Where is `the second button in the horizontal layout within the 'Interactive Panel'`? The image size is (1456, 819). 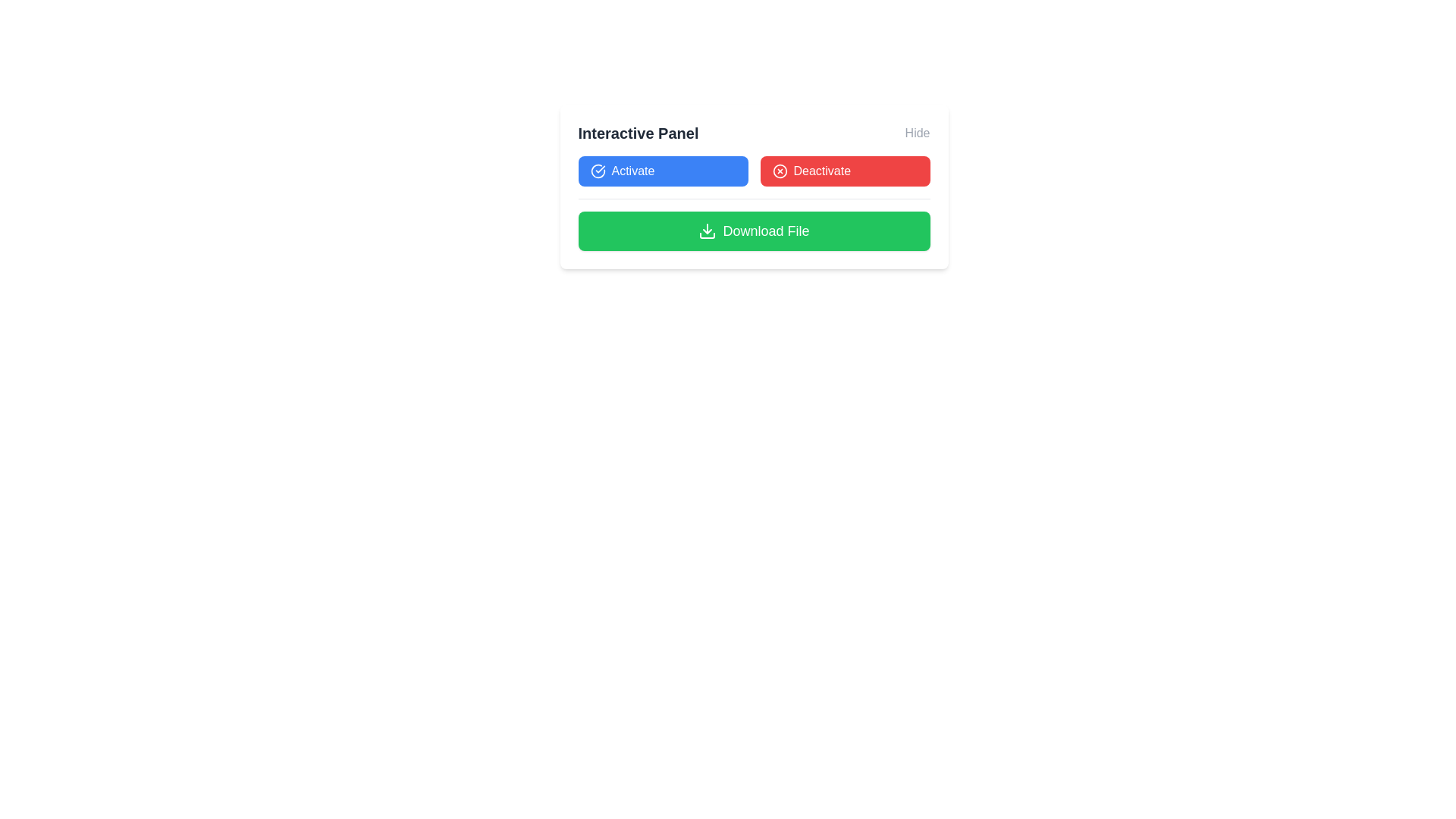
the second button in the horizontal layout within the 'Interactive Panel' is located at coordinates (844, 171).